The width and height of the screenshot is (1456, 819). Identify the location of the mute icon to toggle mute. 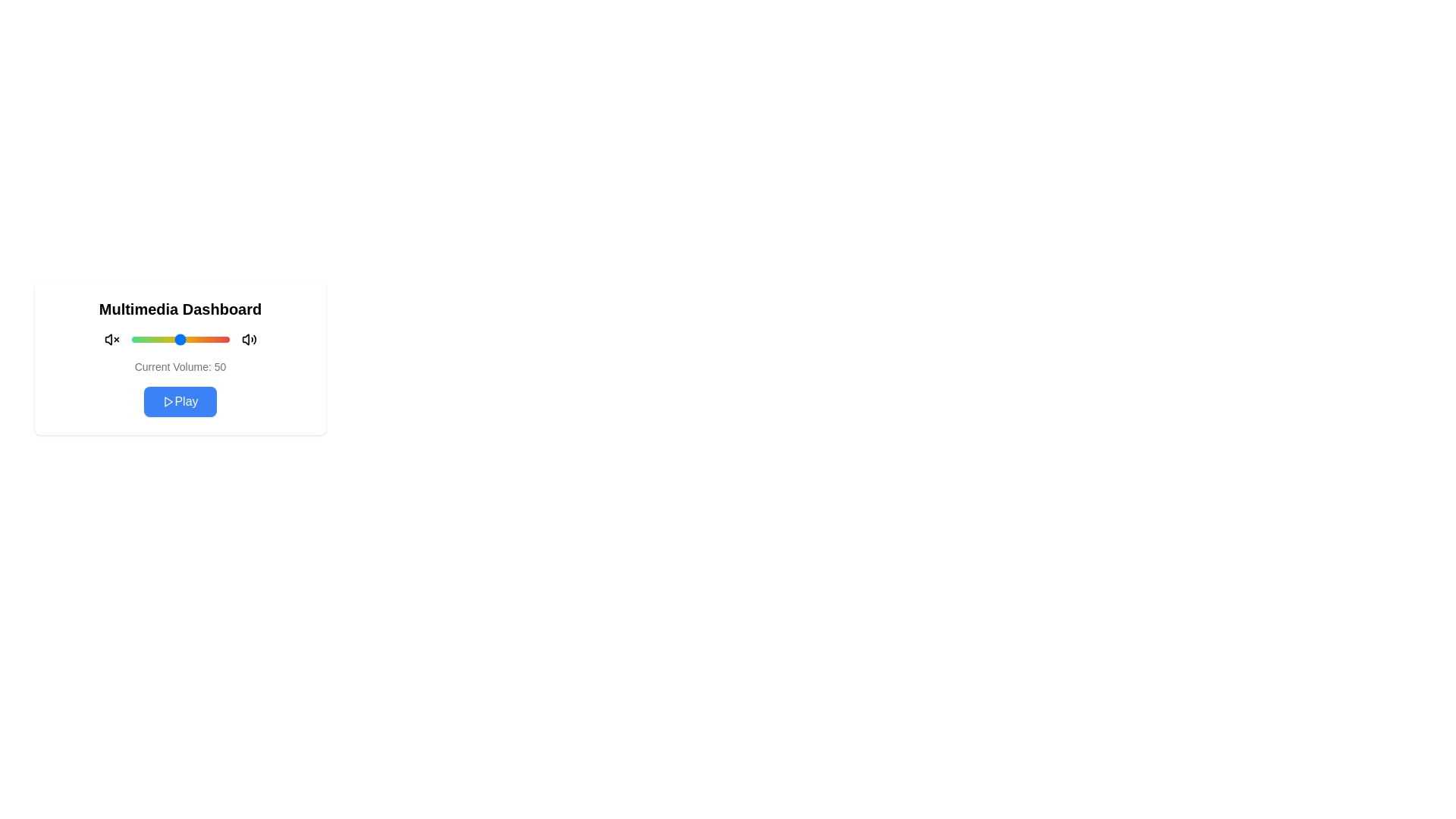
(111, 338).